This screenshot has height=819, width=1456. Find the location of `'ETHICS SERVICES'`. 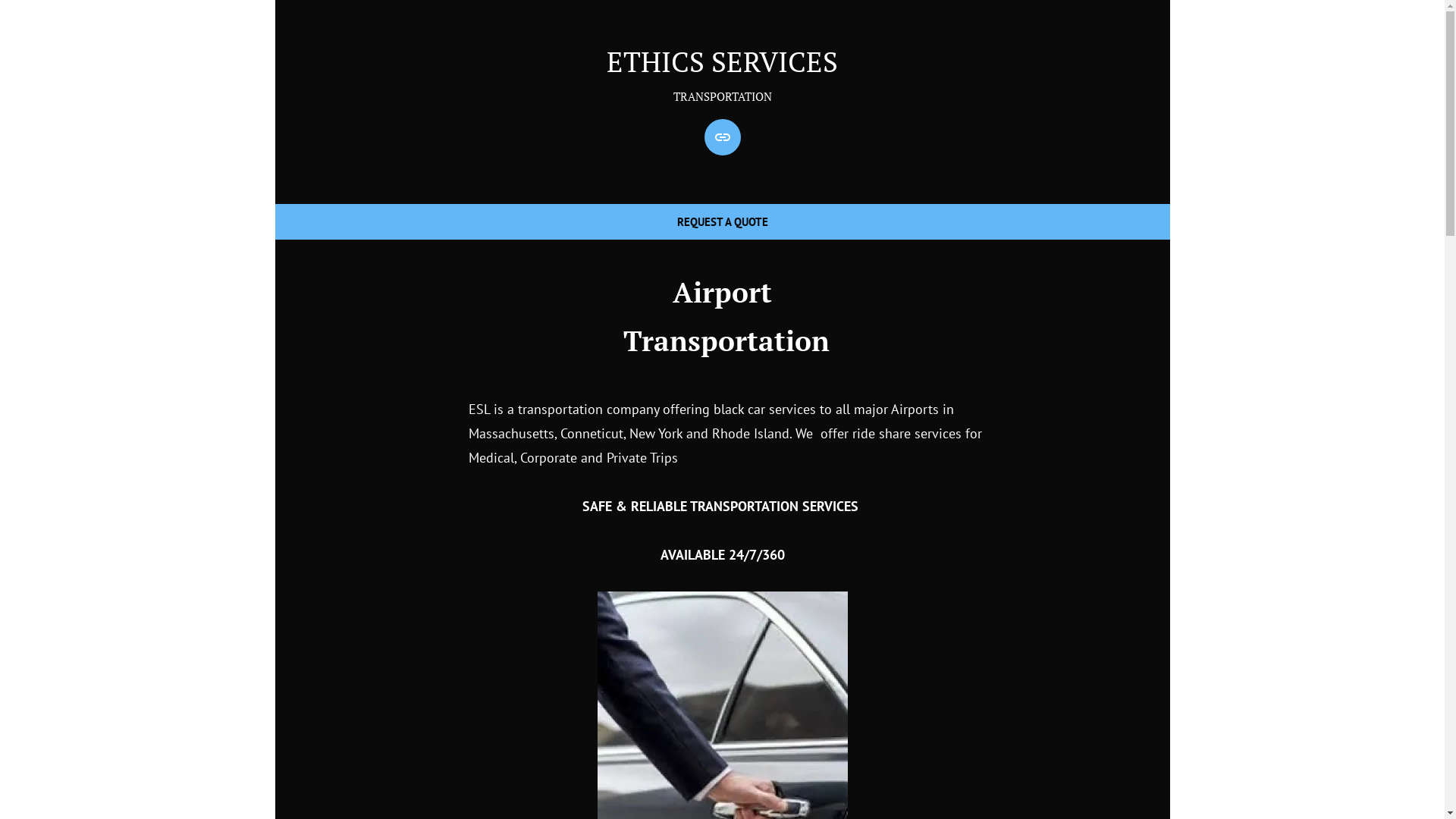

'ETHICS SERVICES' is located at coordinates (721, 61).